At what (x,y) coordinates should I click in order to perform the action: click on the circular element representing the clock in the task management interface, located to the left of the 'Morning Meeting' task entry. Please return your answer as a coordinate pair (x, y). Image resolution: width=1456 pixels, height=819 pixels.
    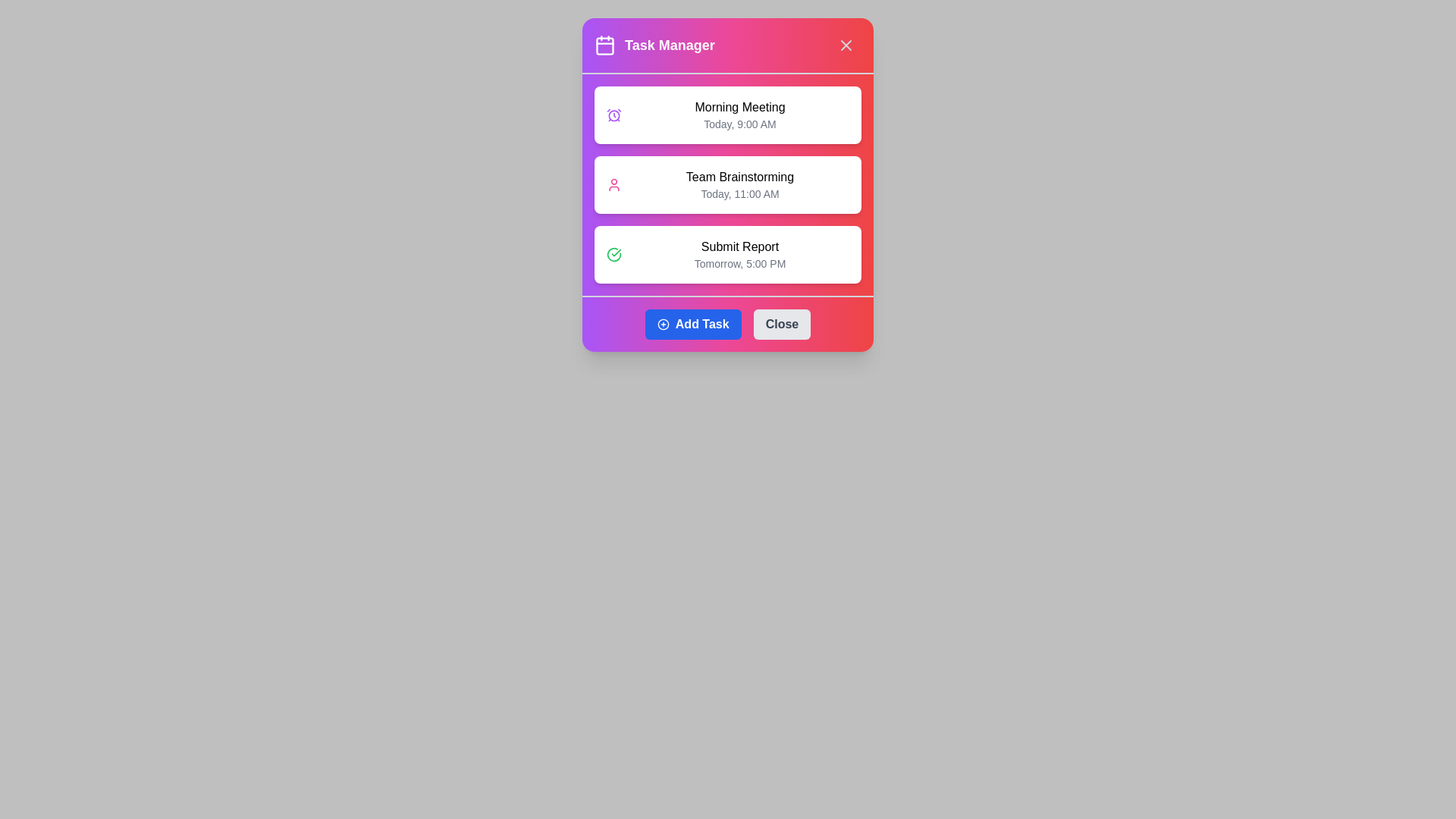
    Looking at the image, I should click on (614, 114).